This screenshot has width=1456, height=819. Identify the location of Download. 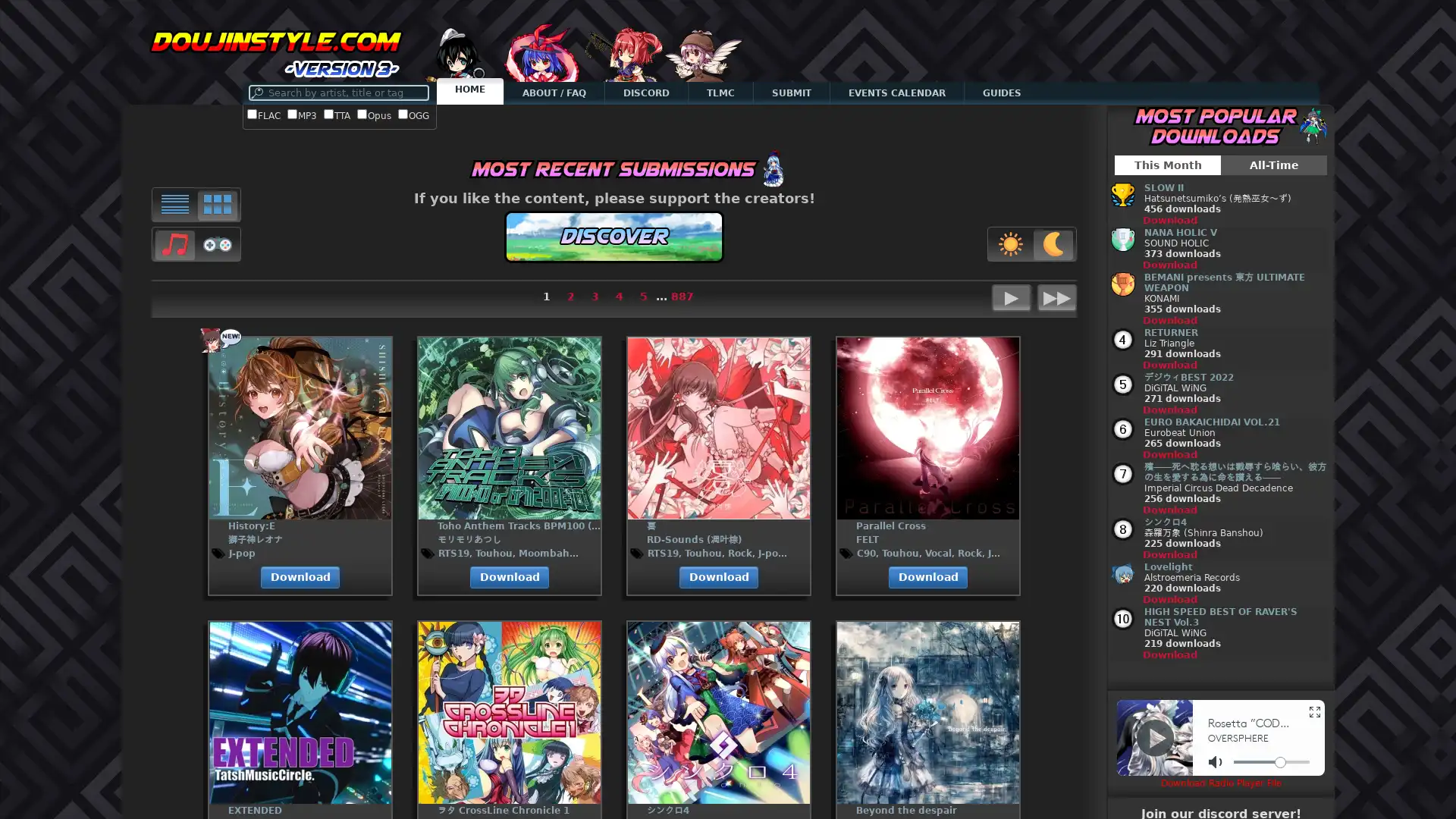
(1169, 220).